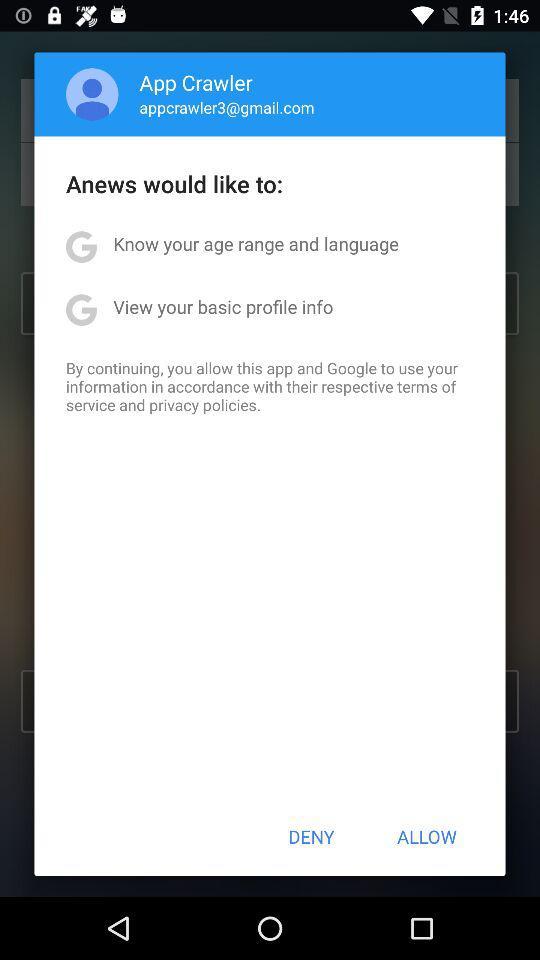 This screenshot has width=540, height=960. What do you see at coordinates (196, 82) in the screenshot?
I see `icon above appcrawler3@gmail.com icon` at bounding box center [196, 82].